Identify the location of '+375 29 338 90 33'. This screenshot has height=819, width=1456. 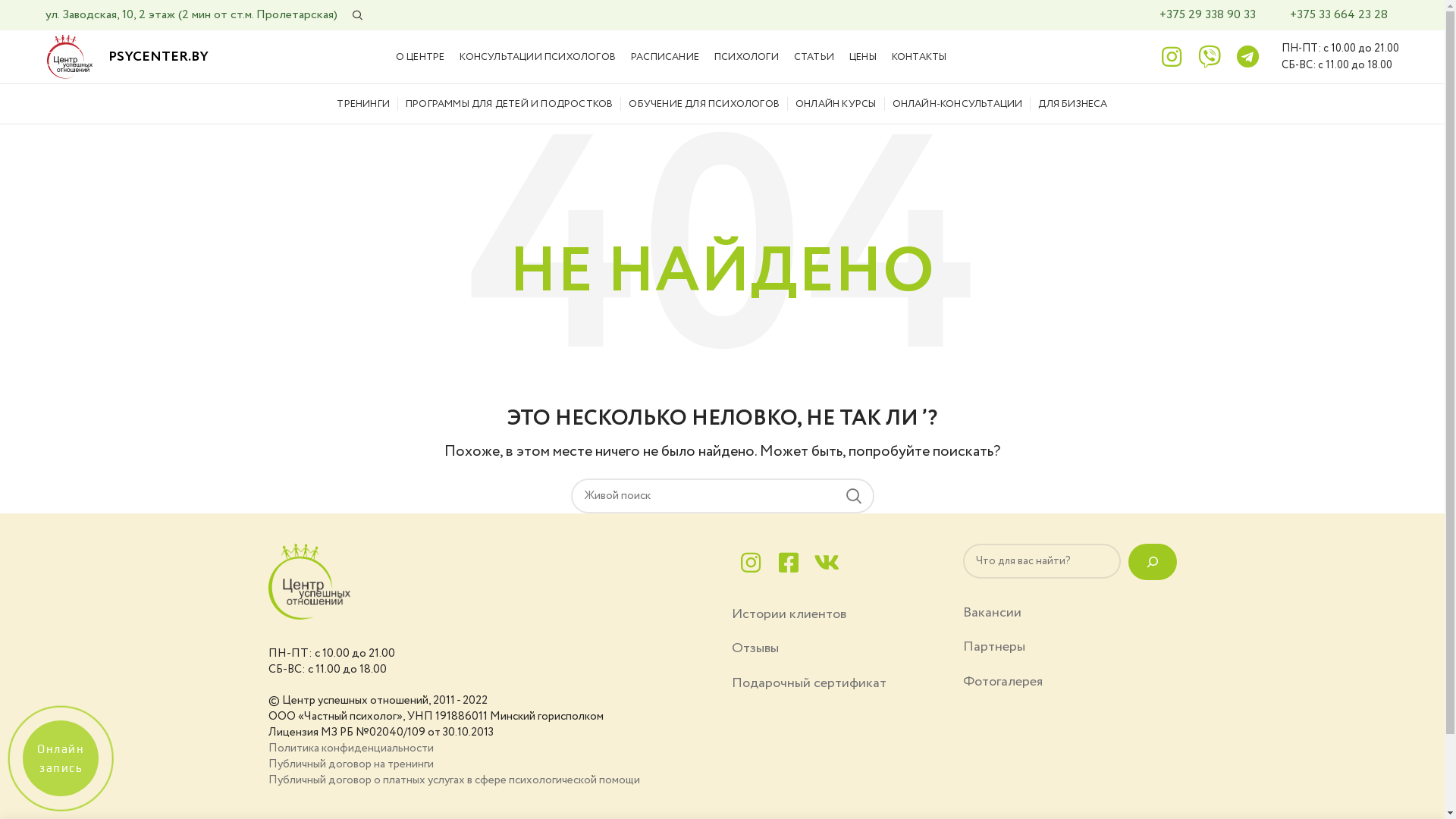
(1159, 14).